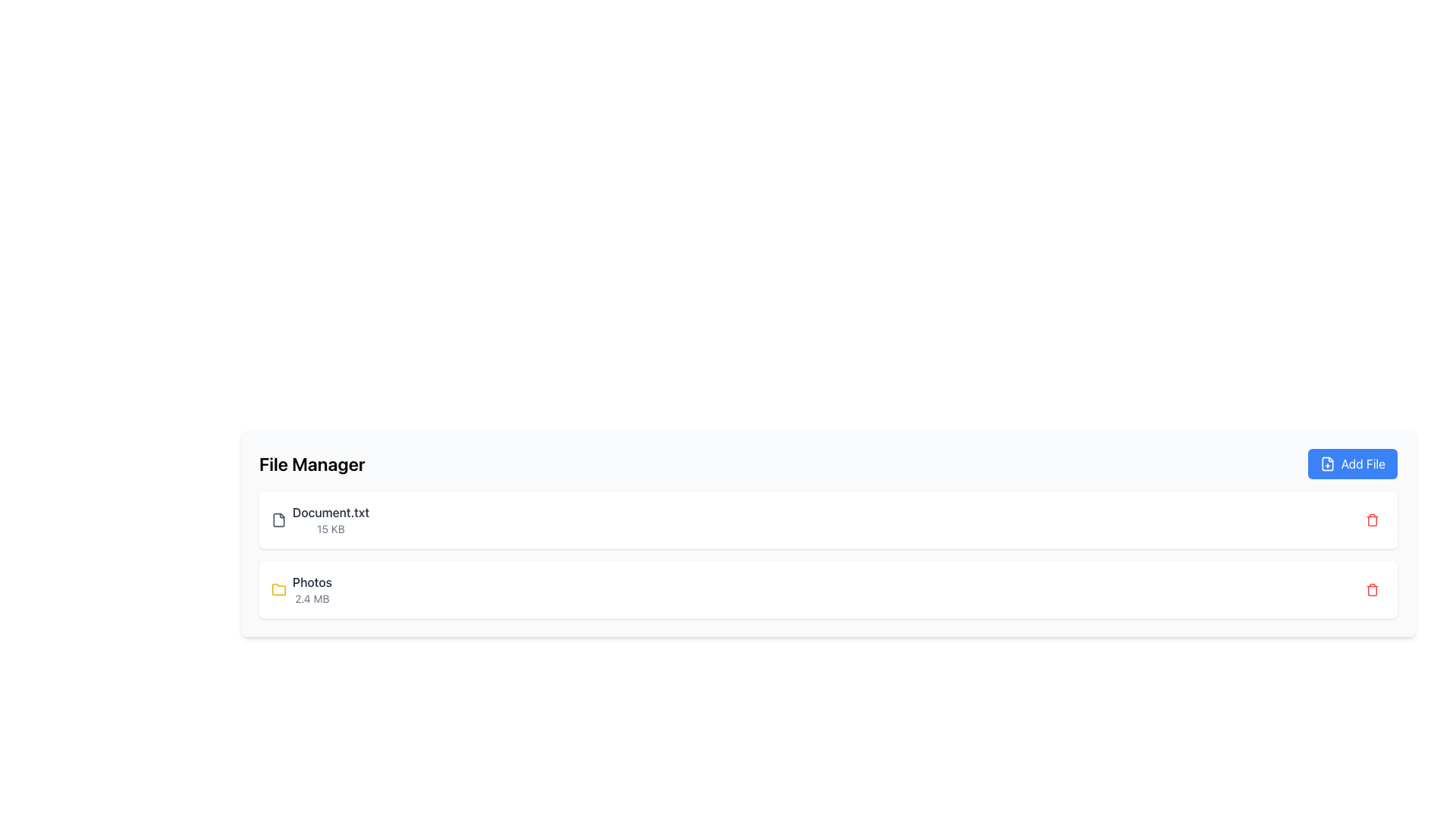 The image size is (1456, 819). Describe the element at coordinates (330, 529) in the screenshot. I see `the text label displaying '15 KB' located beneath 'Document.txt' in the file manager interface` at that location.